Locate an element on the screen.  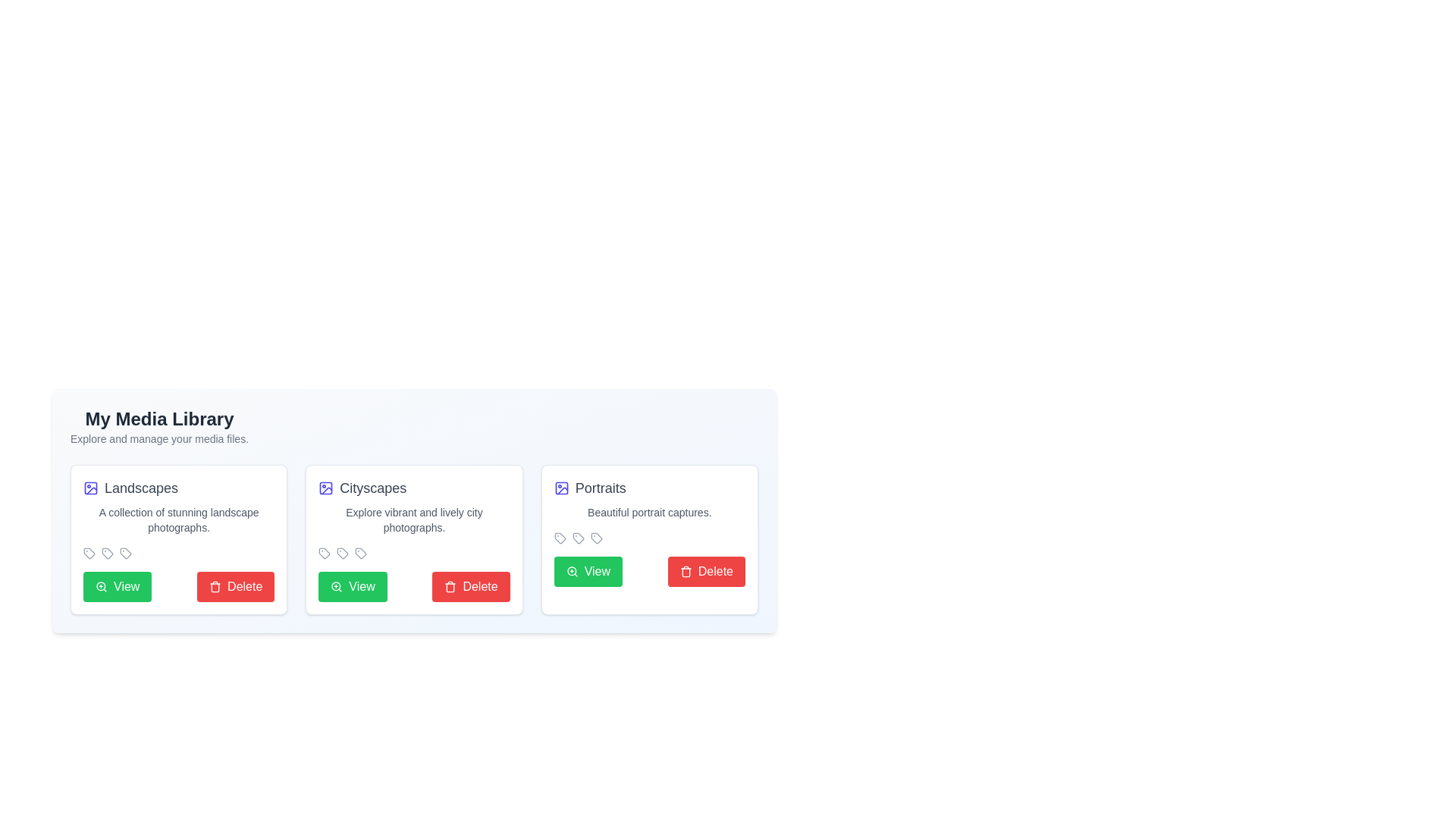
the image icon with a distinct indigo color located at the top-left corner of the 'Portraits' card is located at coordinates (560, 488).